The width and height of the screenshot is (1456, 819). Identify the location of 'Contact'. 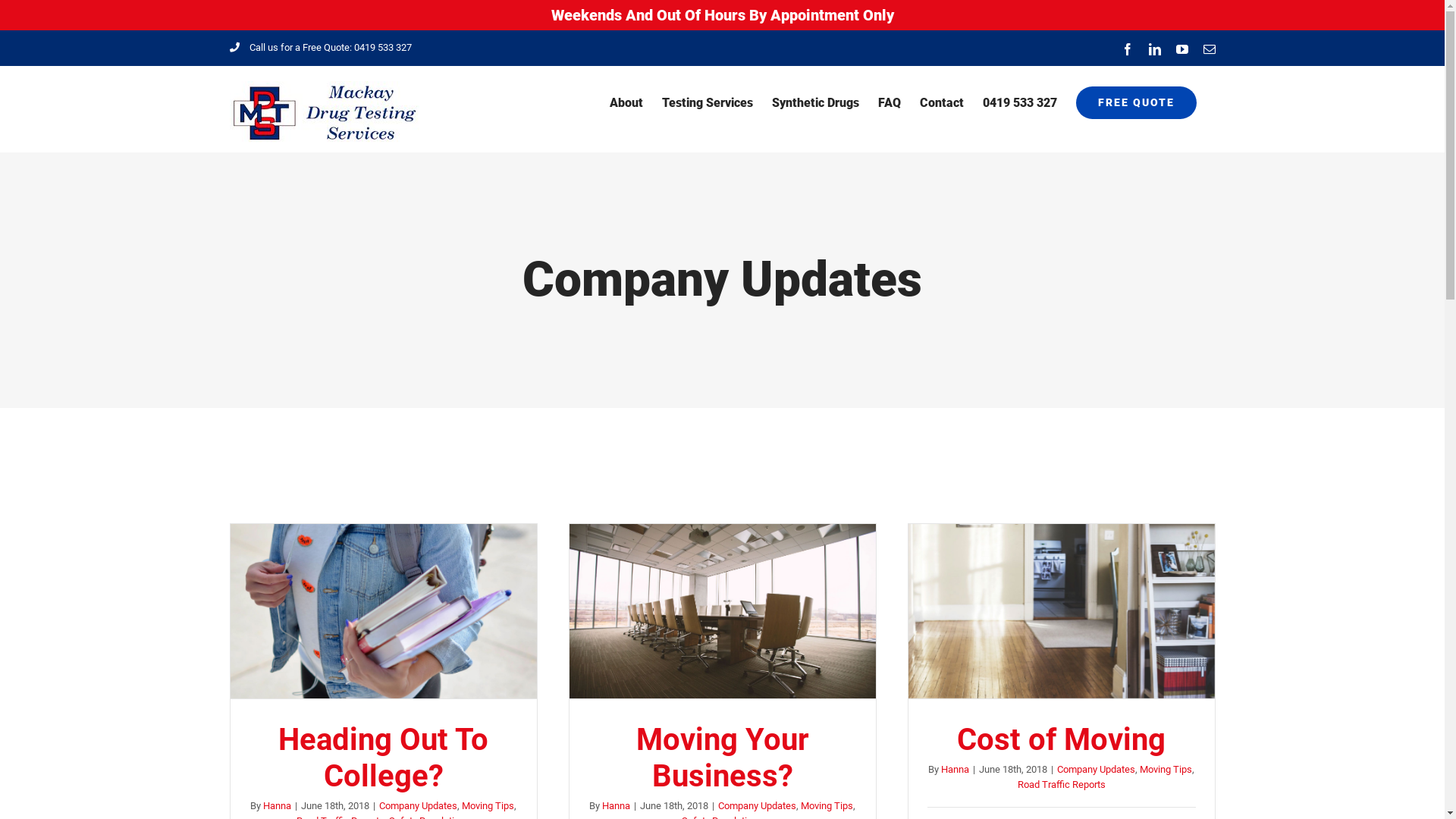
(940, 102).